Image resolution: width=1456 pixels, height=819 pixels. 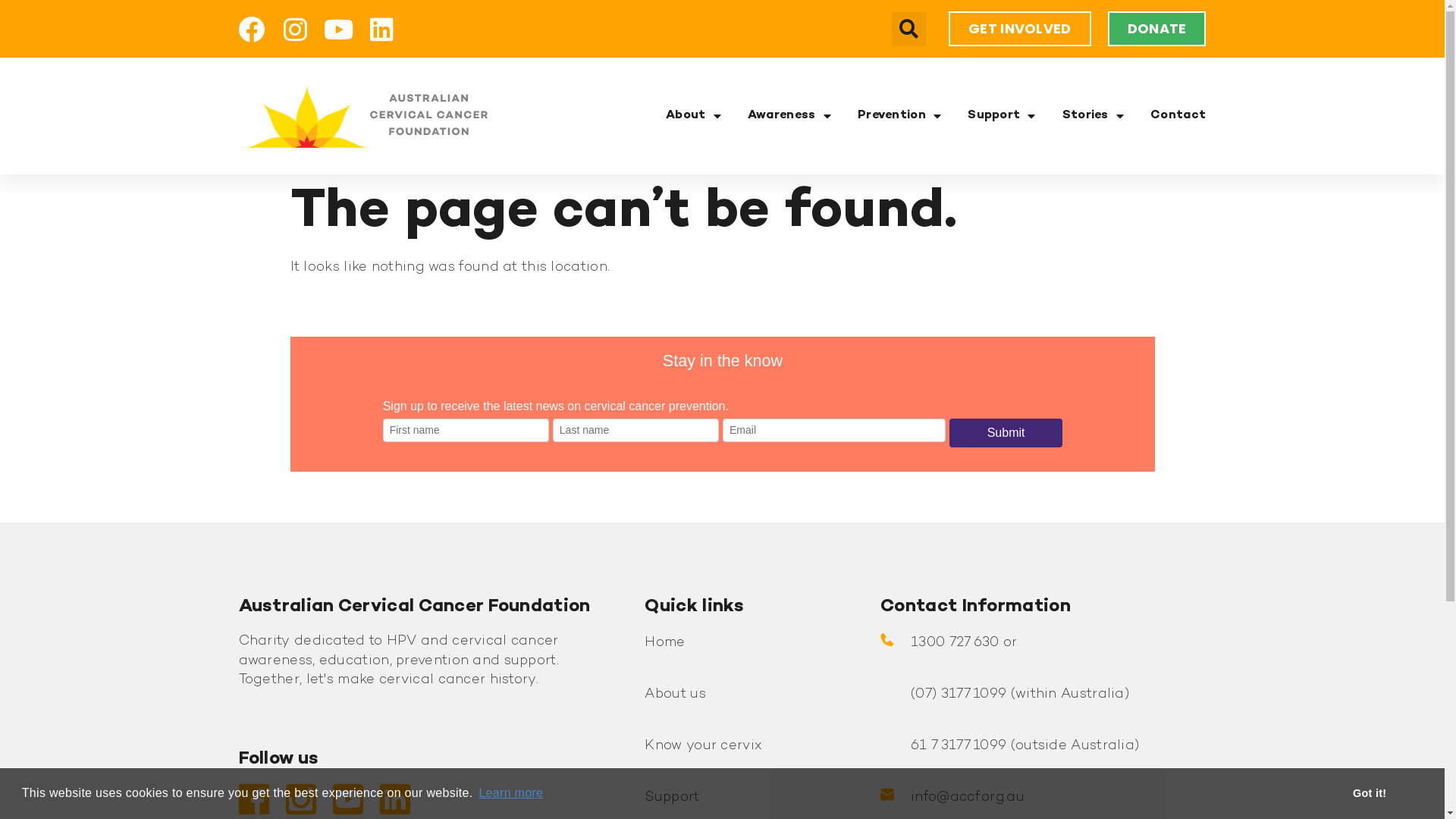 What do you see at coordinates (362, 115) in the screenshot?
I see `'Group 78'` at bounding box center [362, 115].